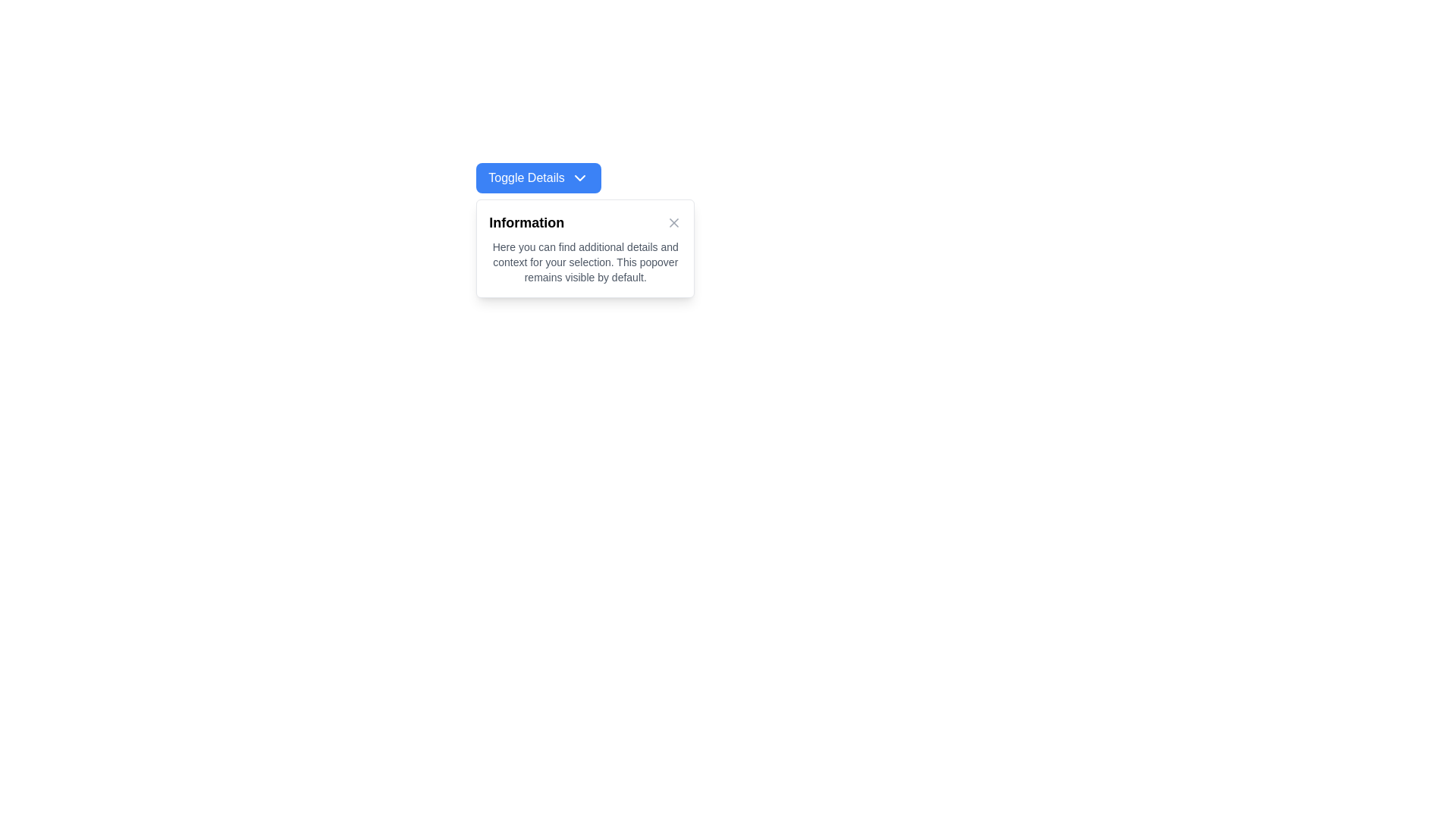 The image size is (1456, 819). What do you see at coordinates (673, 222) in the screenshot?
I see `the small gray 'X' button at the top-right corner of the 'Information' box` at bounding box center [673, 222].